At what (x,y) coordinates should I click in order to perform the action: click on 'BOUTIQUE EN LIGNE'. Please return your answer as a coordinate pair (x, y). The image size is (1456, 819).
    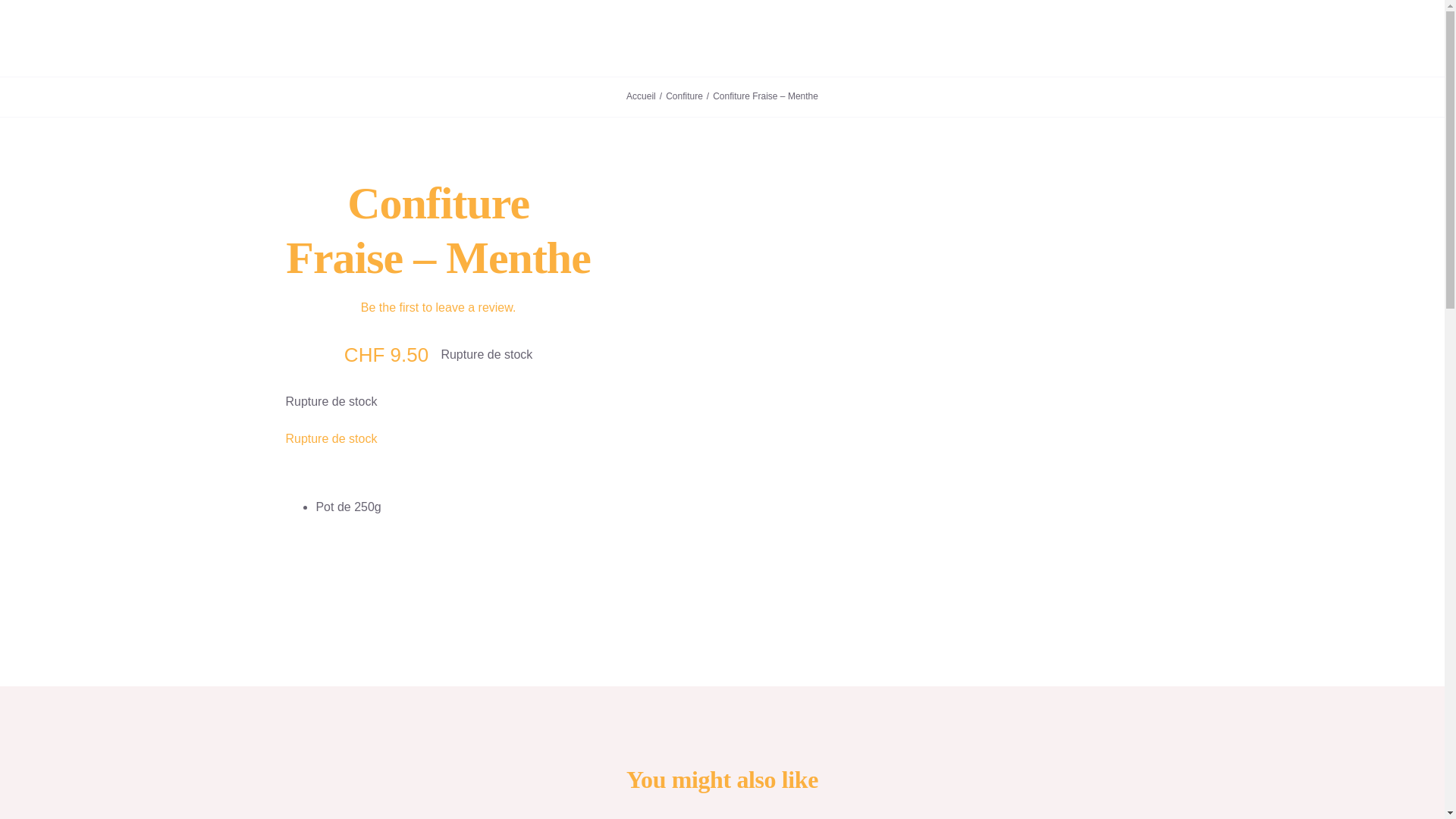
    Looking at the image, I should click on (783, 37).